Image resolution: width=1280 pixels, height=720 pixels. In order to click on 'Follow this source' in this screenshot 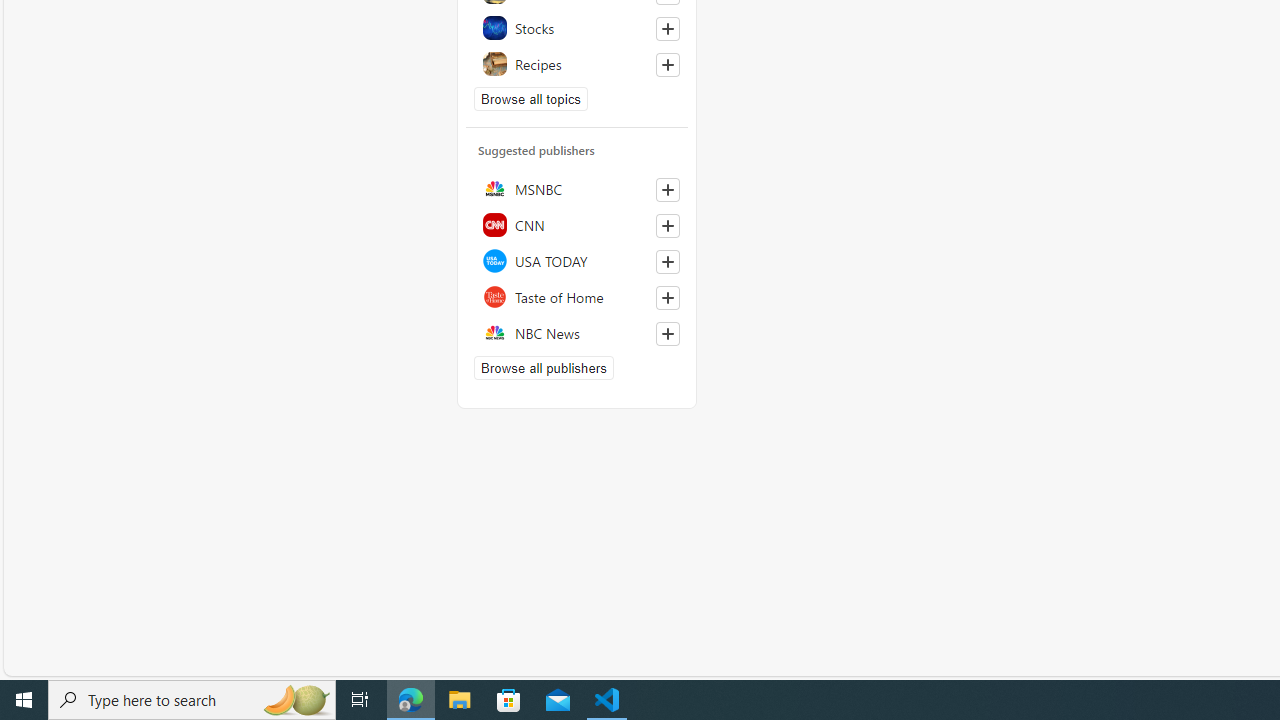, I will do `click(667, 333)`.